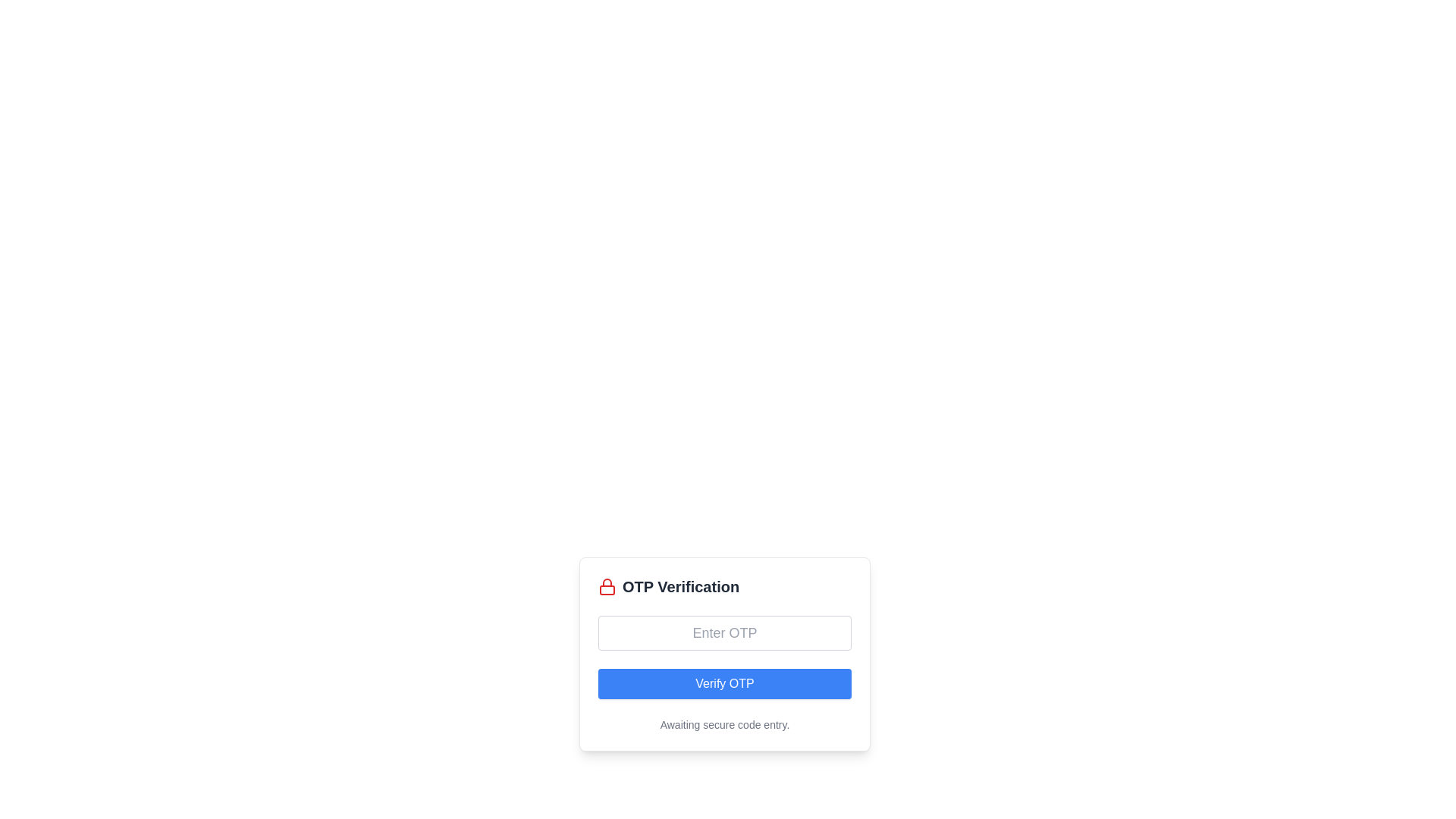  What do you see at coordinates (607, 589) in the screenshot?
I see `the rectangular area located within the lock icon in the OTP Verification modal, which serves as the lock's main body and has rounded corners` at bounding box center [607, 589].